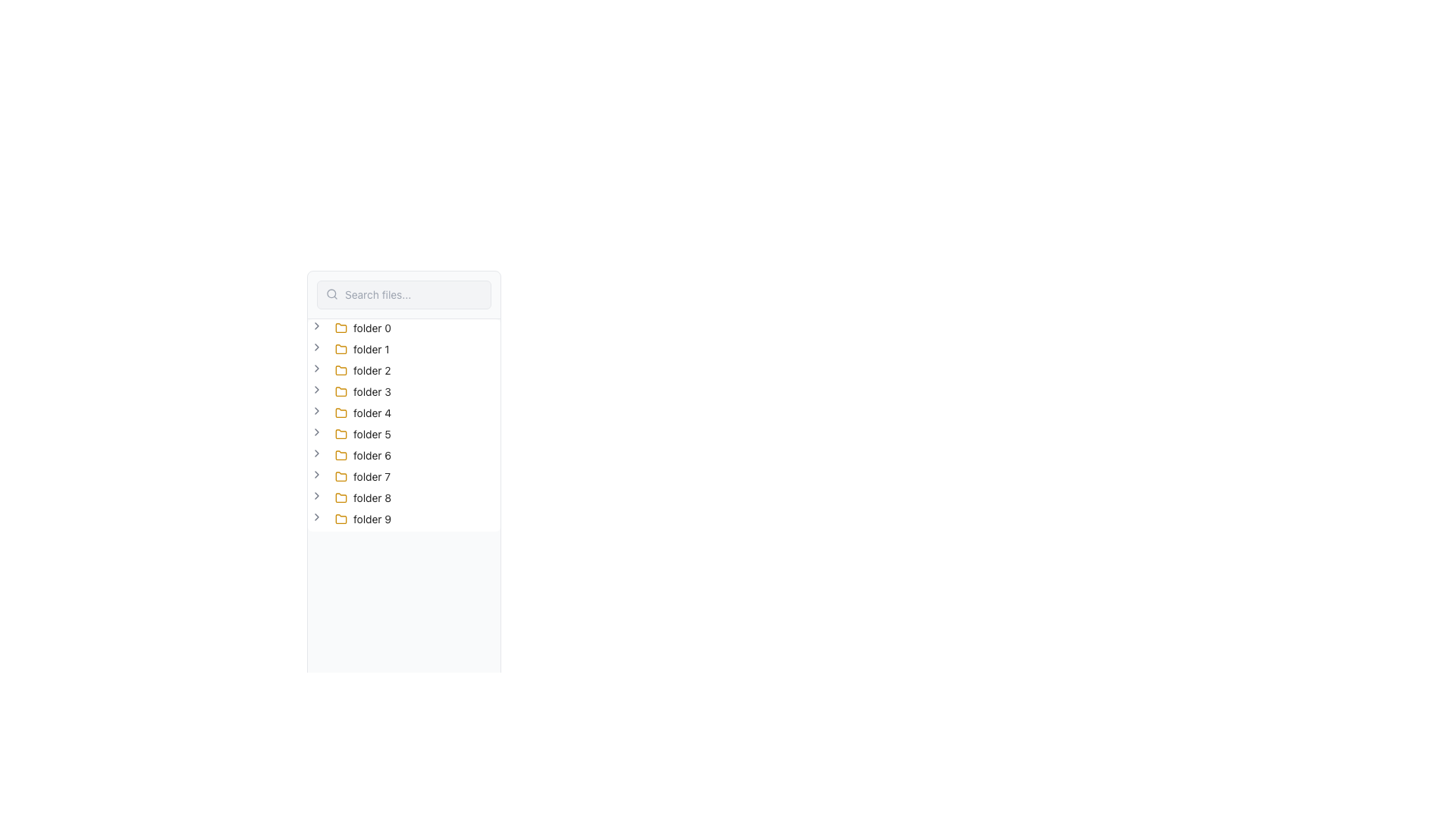 This screenshot has width=1456, height=819. I want to click on to select the tree item labeled 'folder 8', which is the ninth item in a vertical list of tree items in the sidebar interface, so click(352, 497).